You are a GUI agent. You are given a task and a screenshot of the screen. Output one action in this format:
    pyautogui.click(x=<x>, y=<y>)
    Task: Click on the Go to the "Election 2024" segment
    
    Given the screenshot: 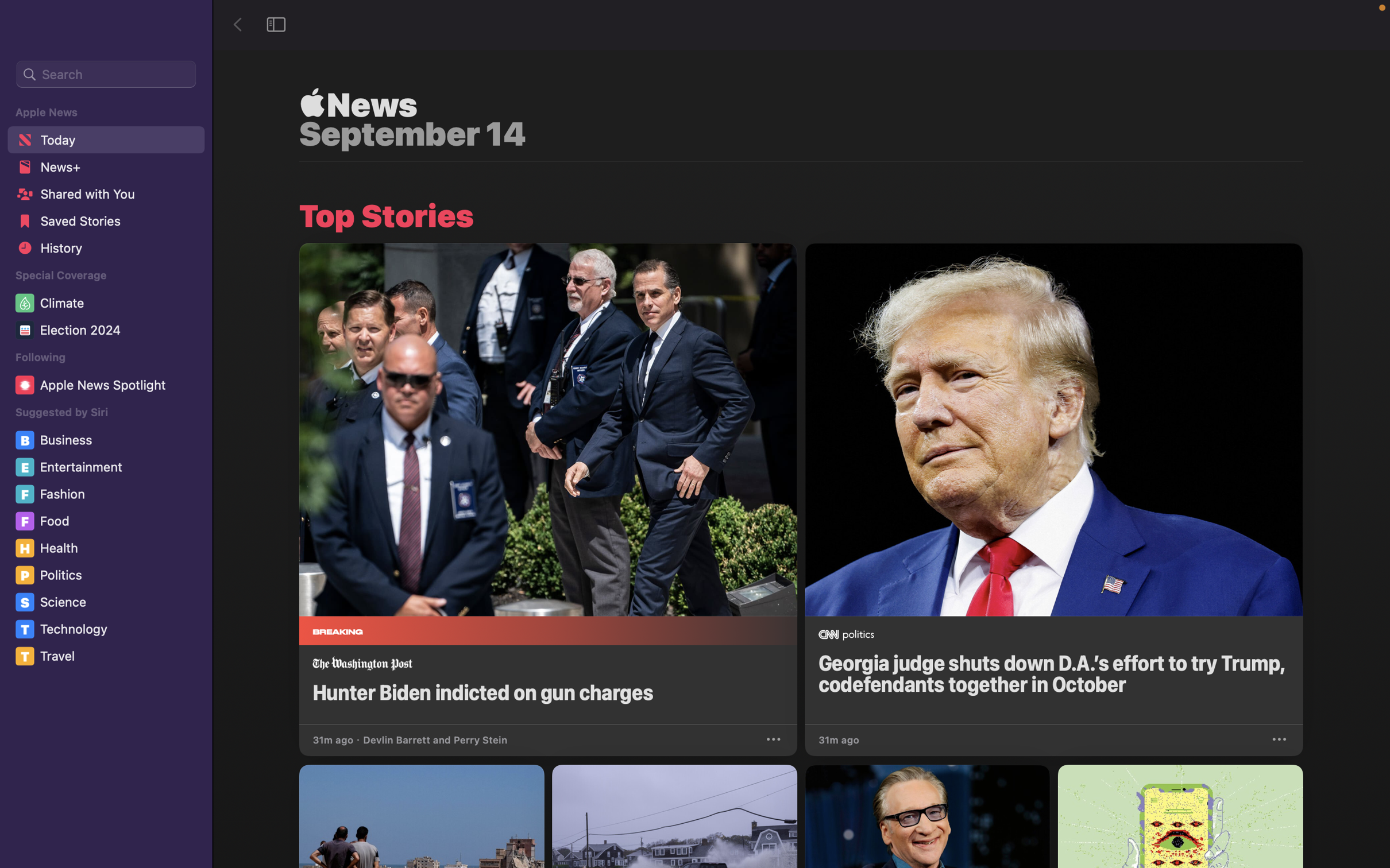 What is the action you would take?
    pyautogui.click(x=107, y=332)
    